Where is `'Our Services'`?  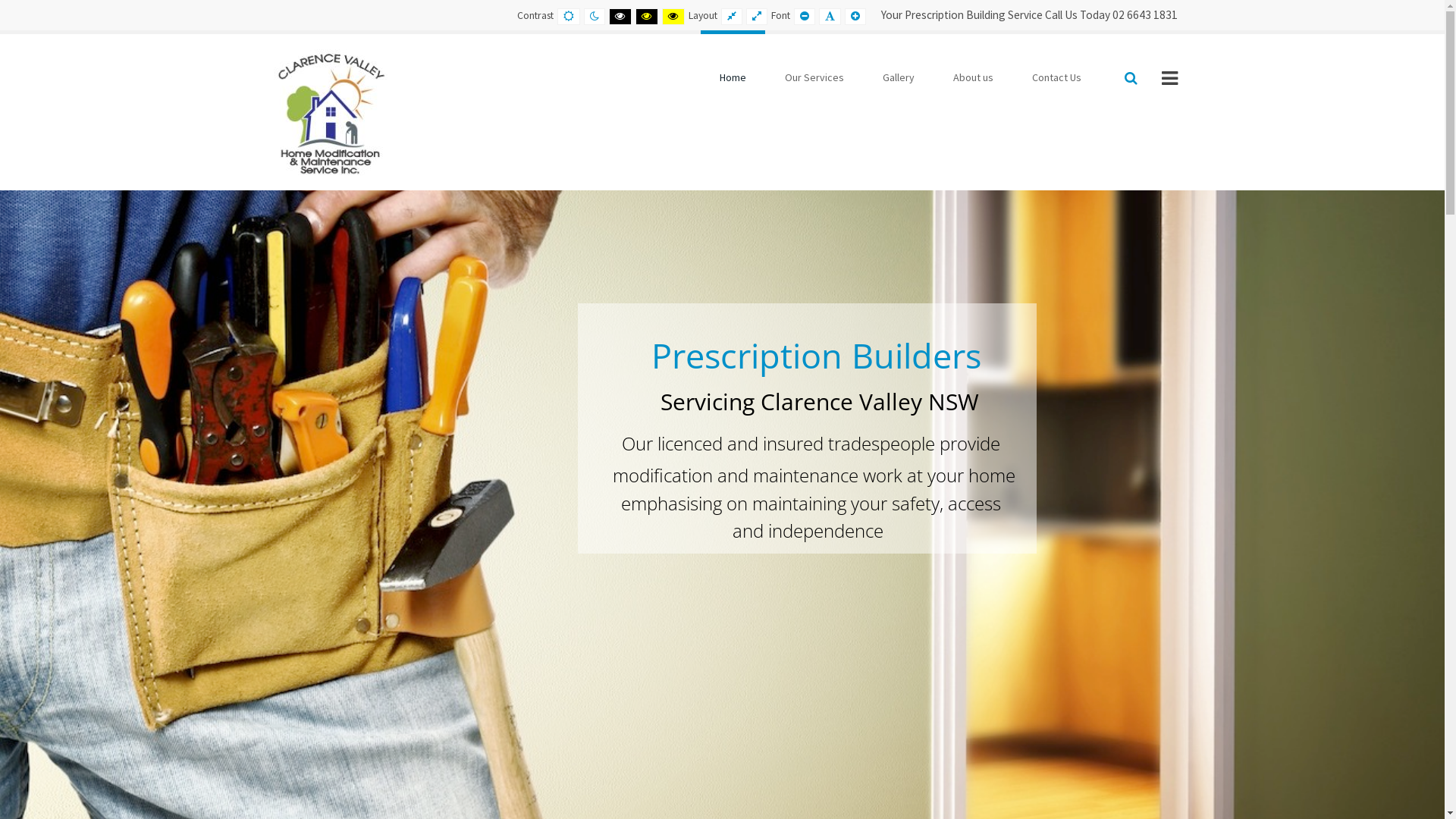
'Our Services' is located at coordinates (814, 77).